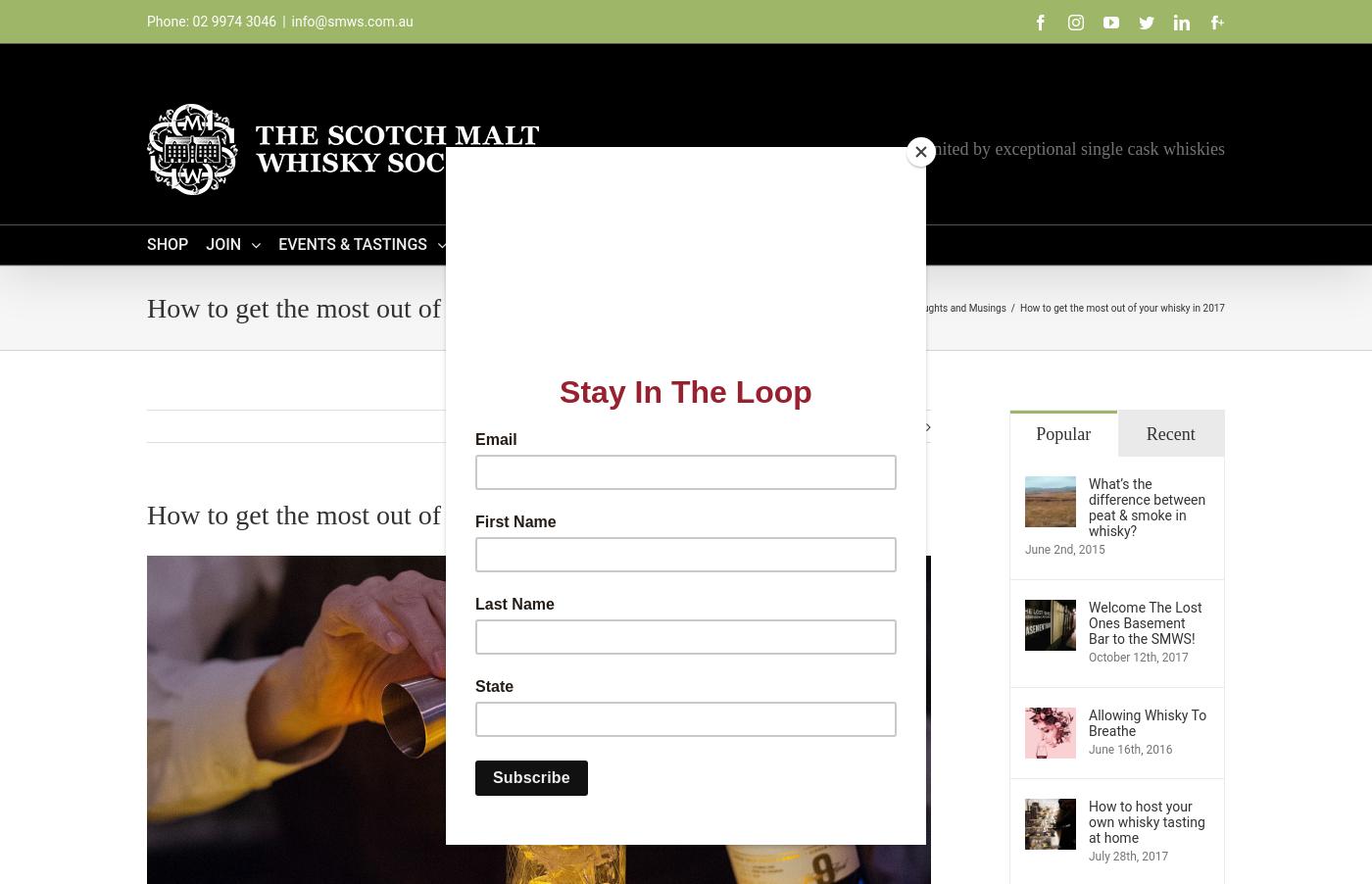  Describe the element at coordinates (1089, 747) in the screenshot. I see `'June 16th, 2016'` at that location.